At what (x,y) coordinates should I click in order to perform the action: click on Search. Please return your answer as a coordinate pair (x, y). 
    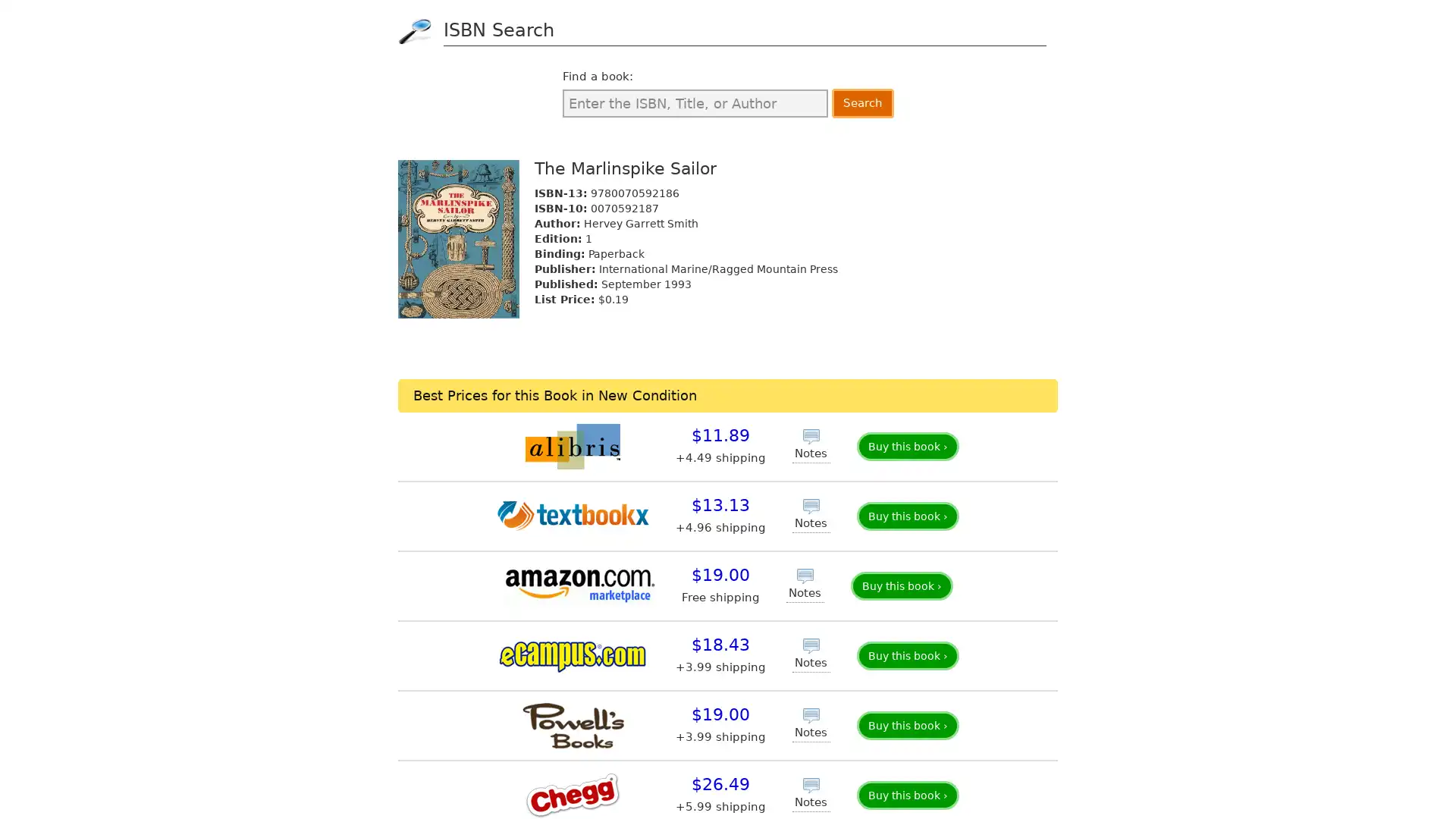
    Looking at the image, I should click on (862, 102).